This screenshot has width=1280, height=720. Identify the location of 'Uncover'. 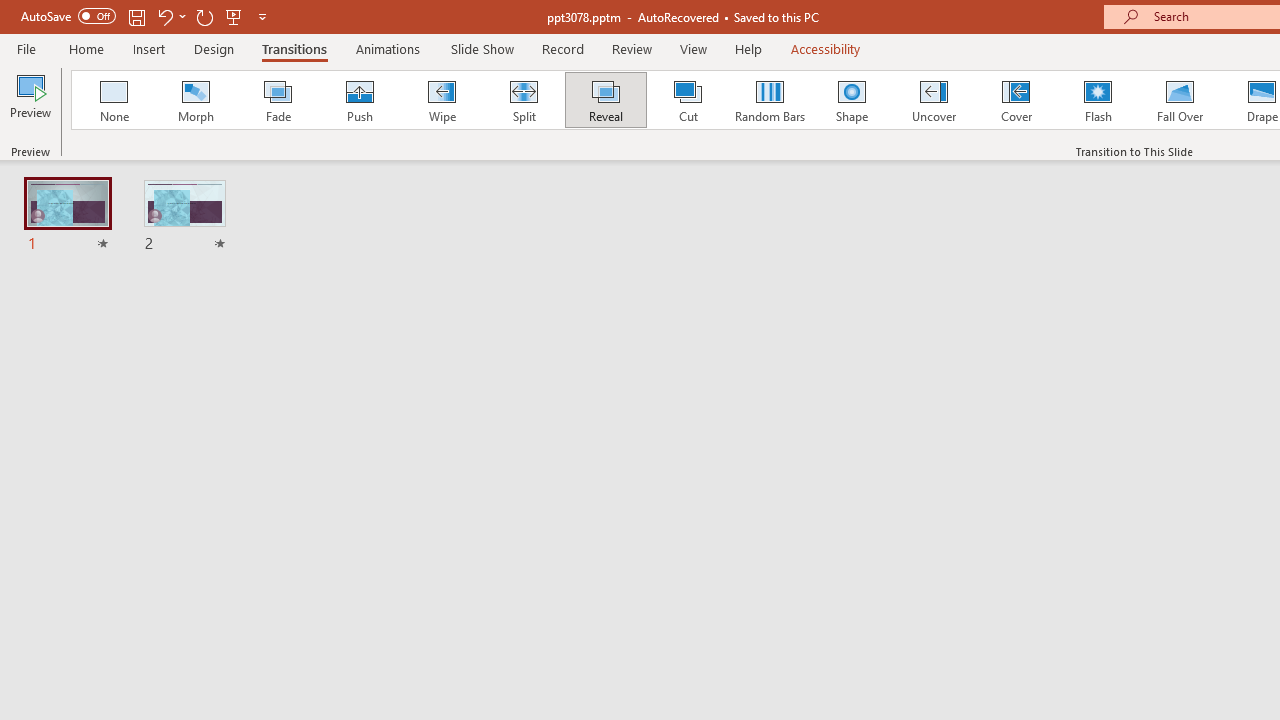
(933, 100).